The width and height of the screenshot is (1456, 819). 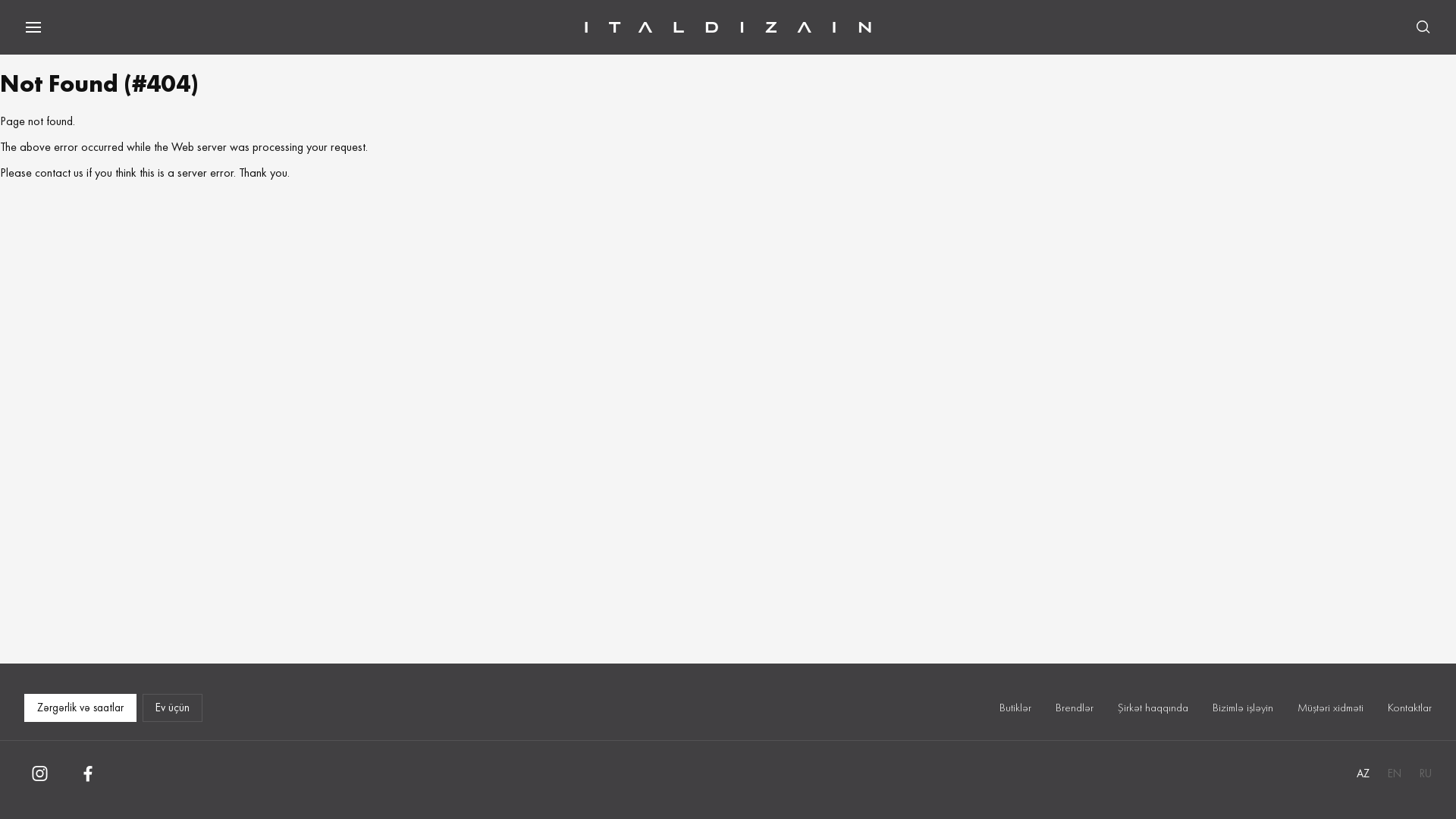 What do you see at coordinates (1425, 773) in the screenshot?
I see `'RU'` at bounding box center [1425, 773].